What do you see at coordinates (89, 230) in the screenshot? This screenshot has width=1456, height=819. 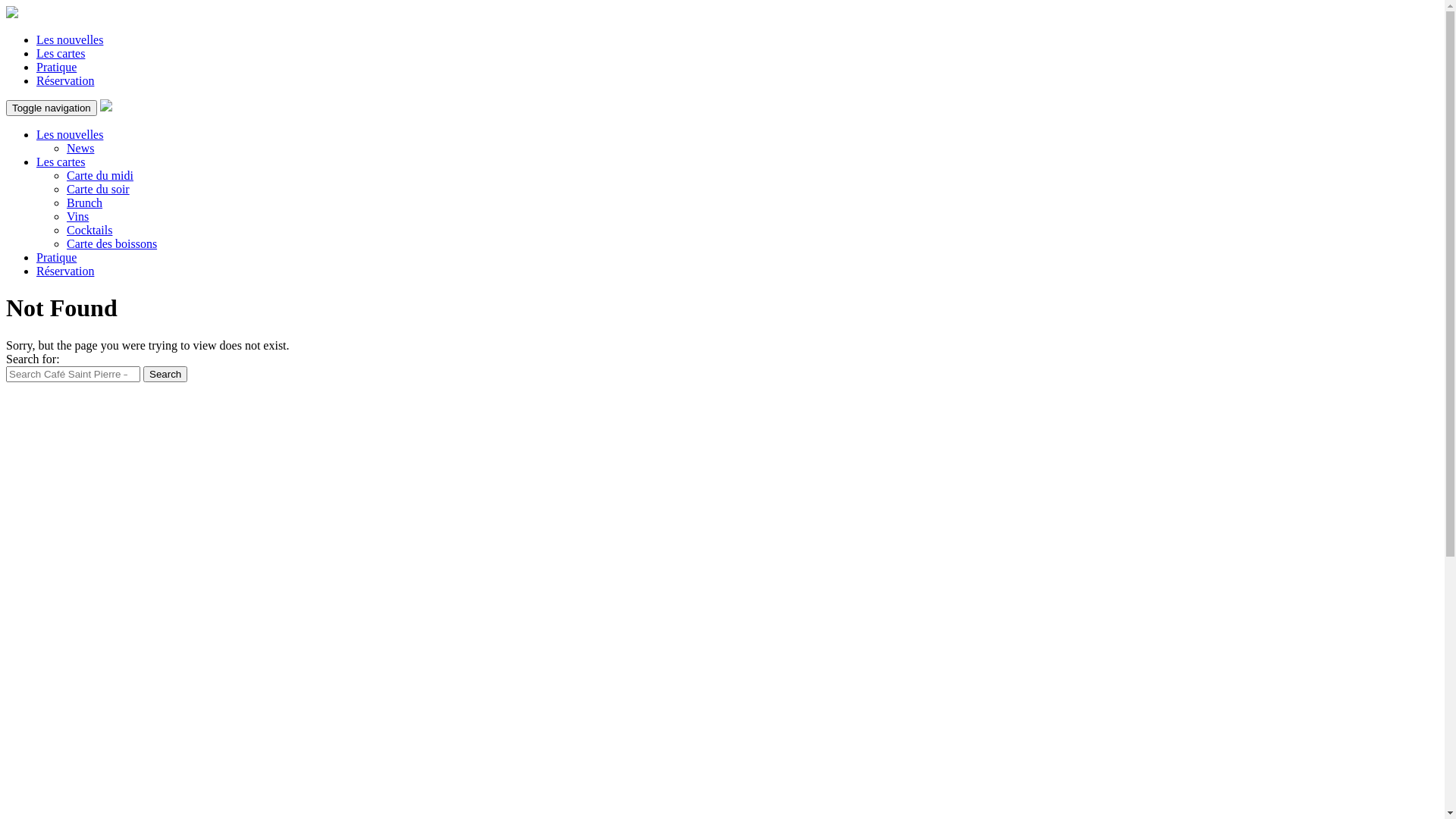 I see `'Cocktails'` at bounding box center [89, 230].